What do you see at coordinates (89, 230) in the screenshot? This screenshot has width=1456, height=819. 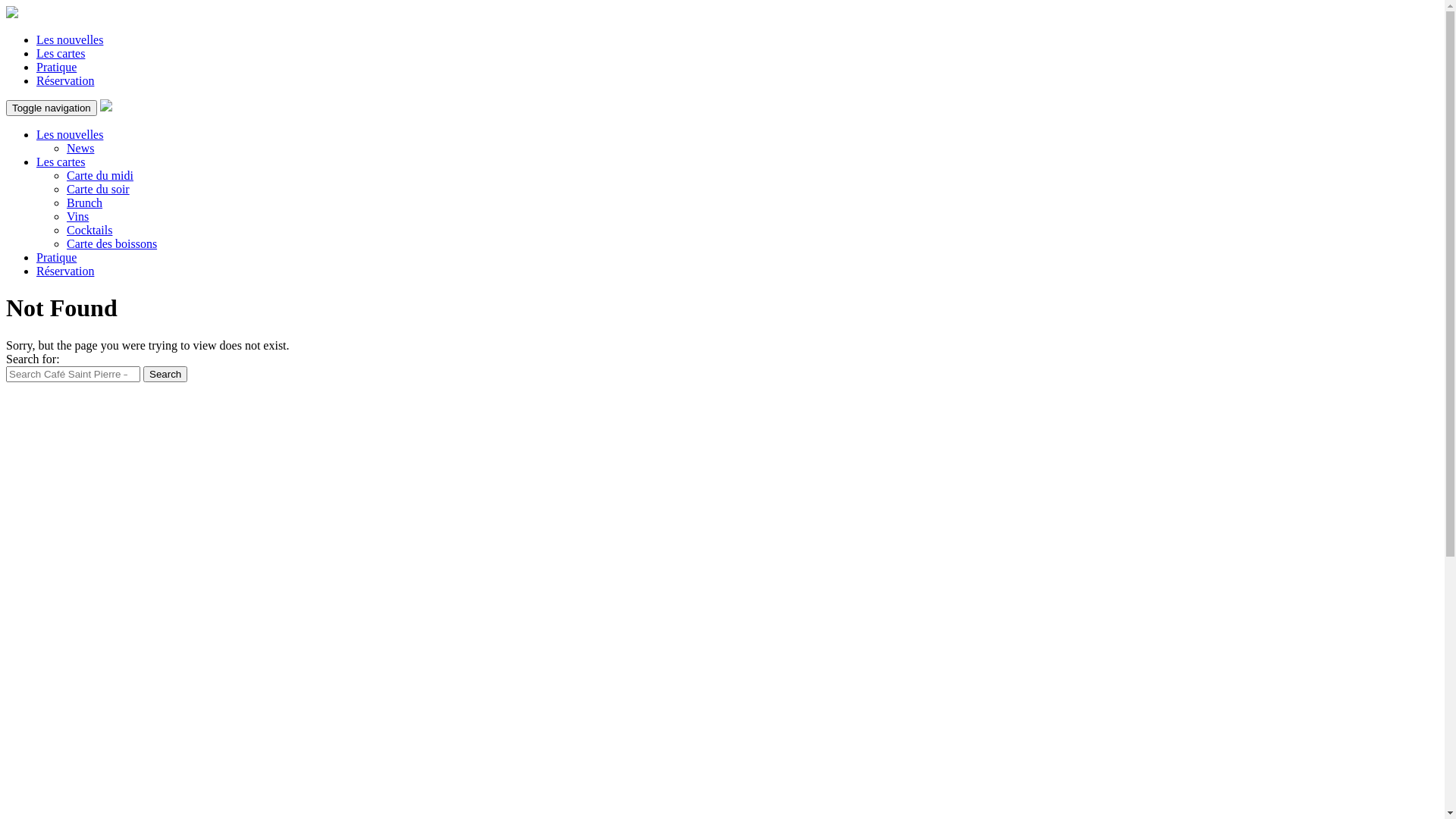 I see `'Cocktails'` at bounding box center [89, 230].